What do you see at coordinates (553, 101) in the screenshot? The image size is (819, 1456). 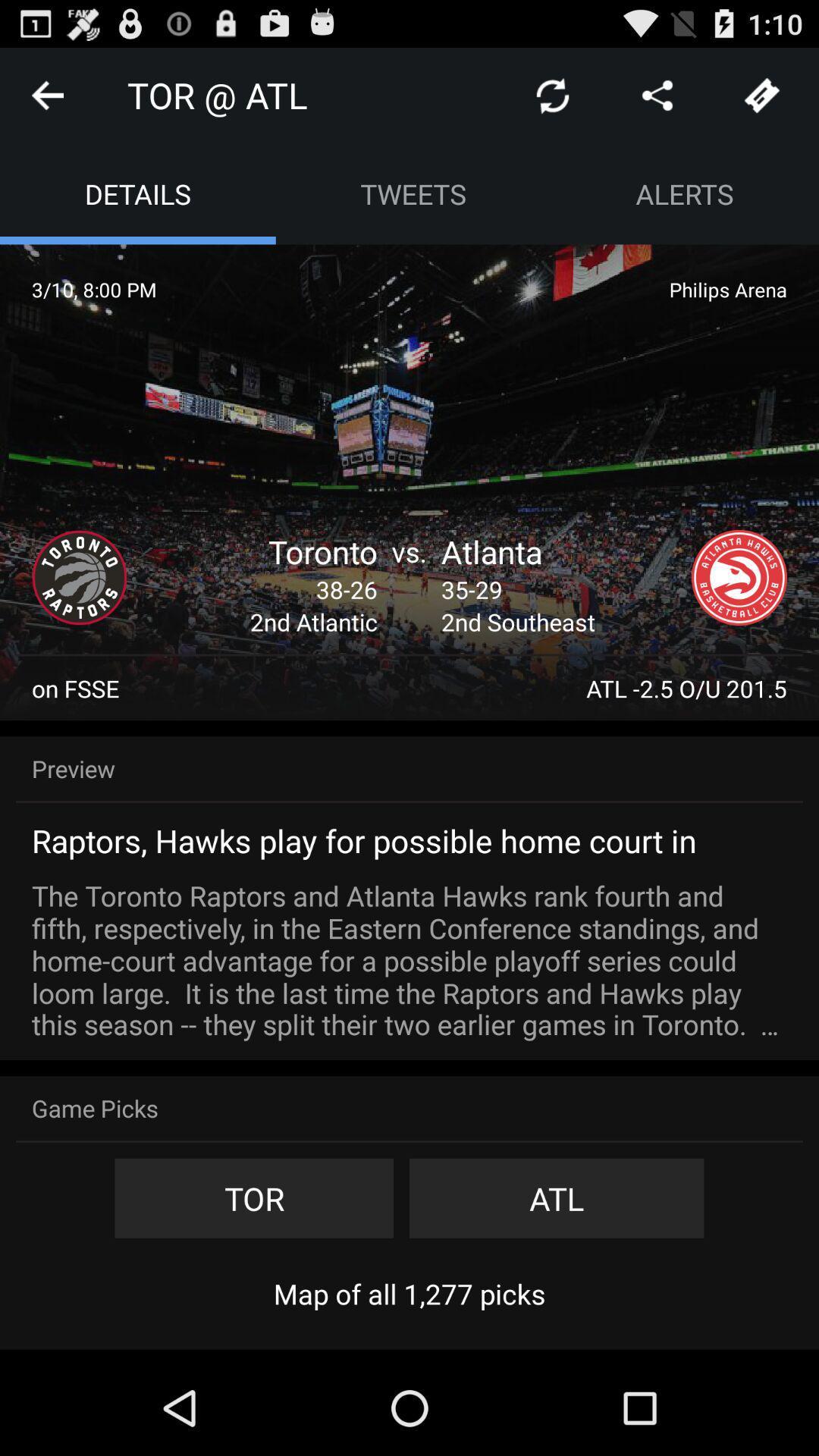 I see `the refresh icon` at bounding box center [553, 101].